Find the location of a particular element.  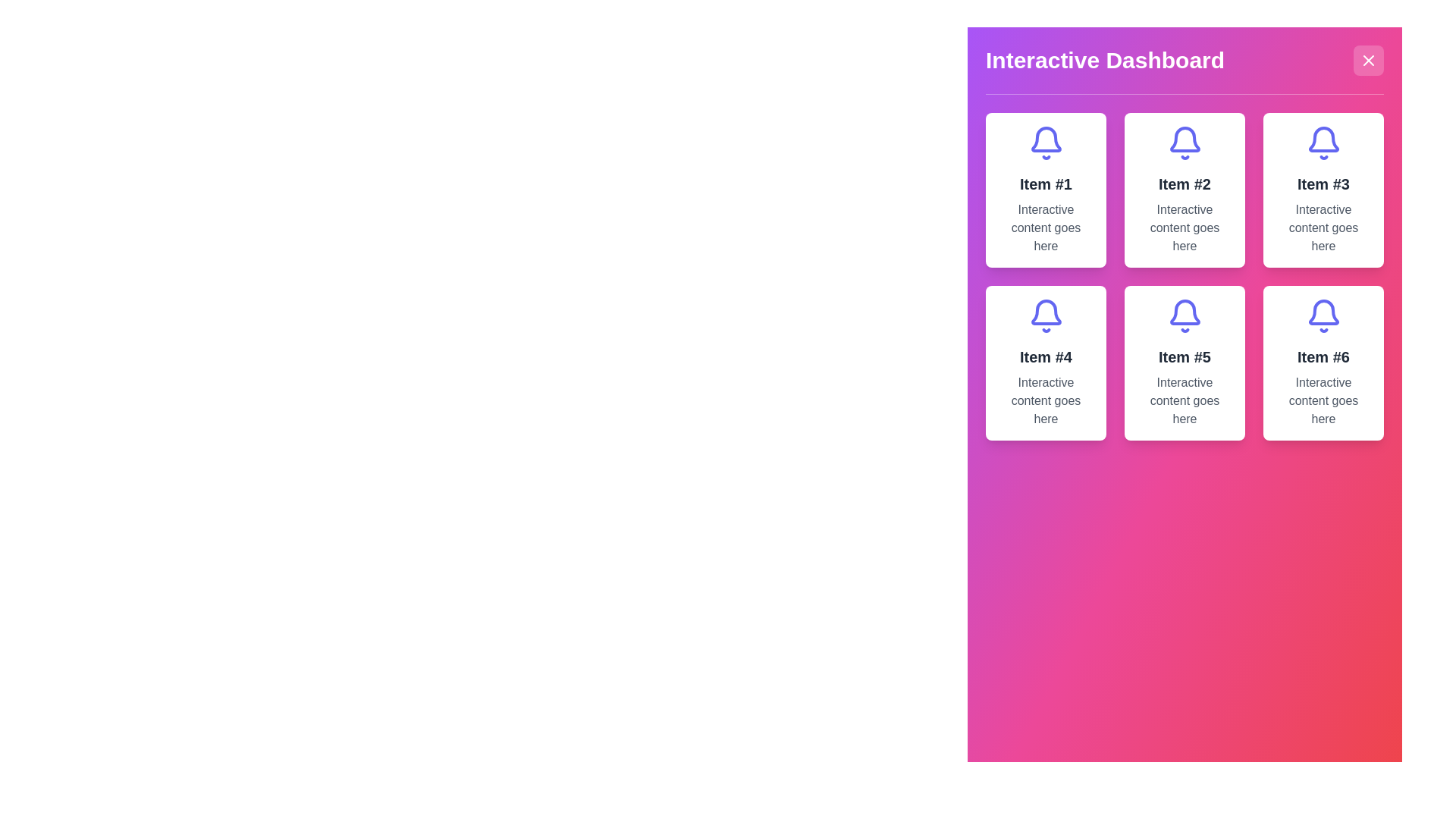

the bold, large-sized title text reading 'Interactive Dashboard' in white color, which is prominently displayed at the top of the interactive panel, to the left of the close button is located at coordinates (1105, 60).